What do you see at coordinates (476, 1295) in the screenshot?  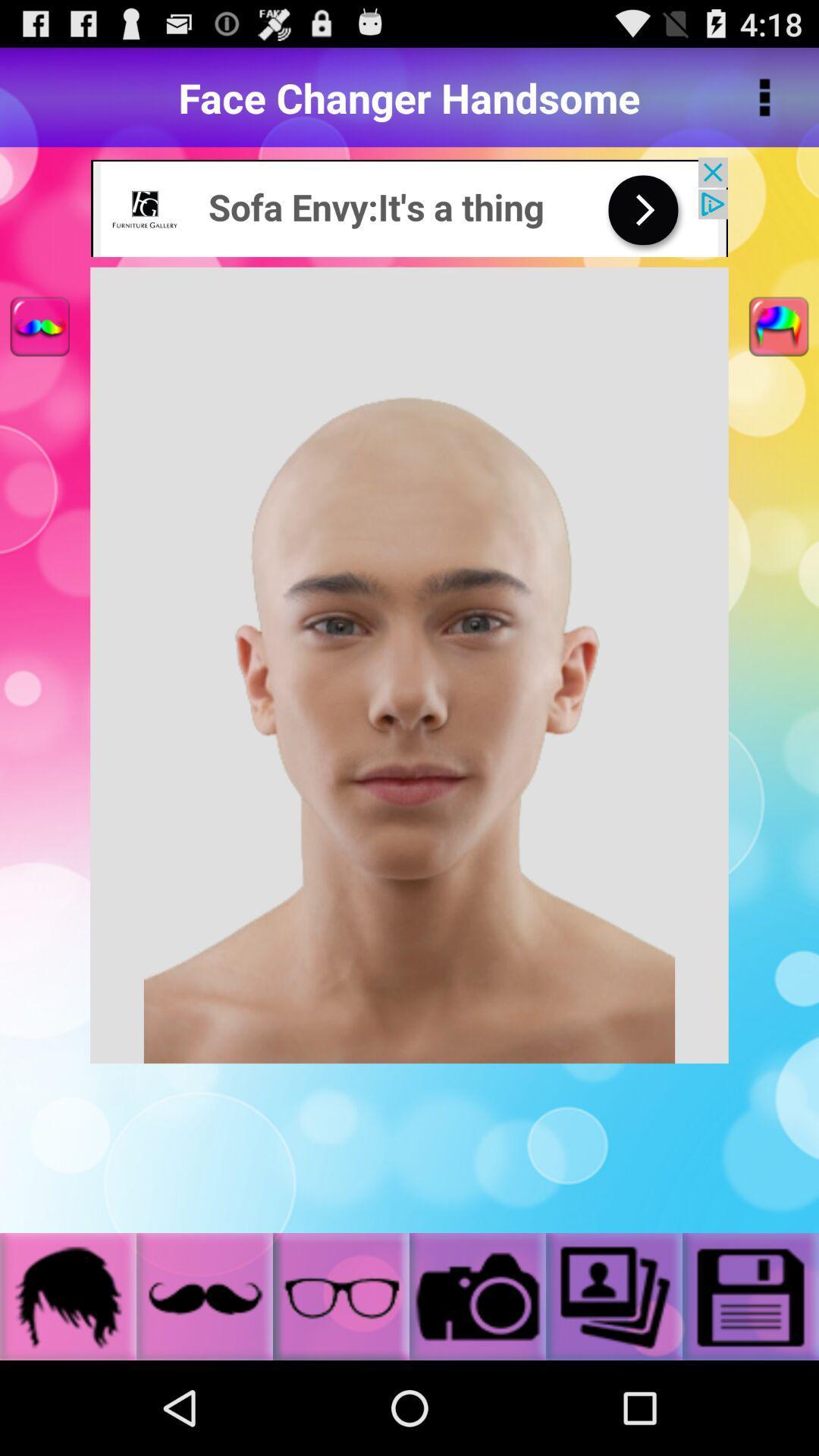 I see `camera` at bounding box center [476, 1295].